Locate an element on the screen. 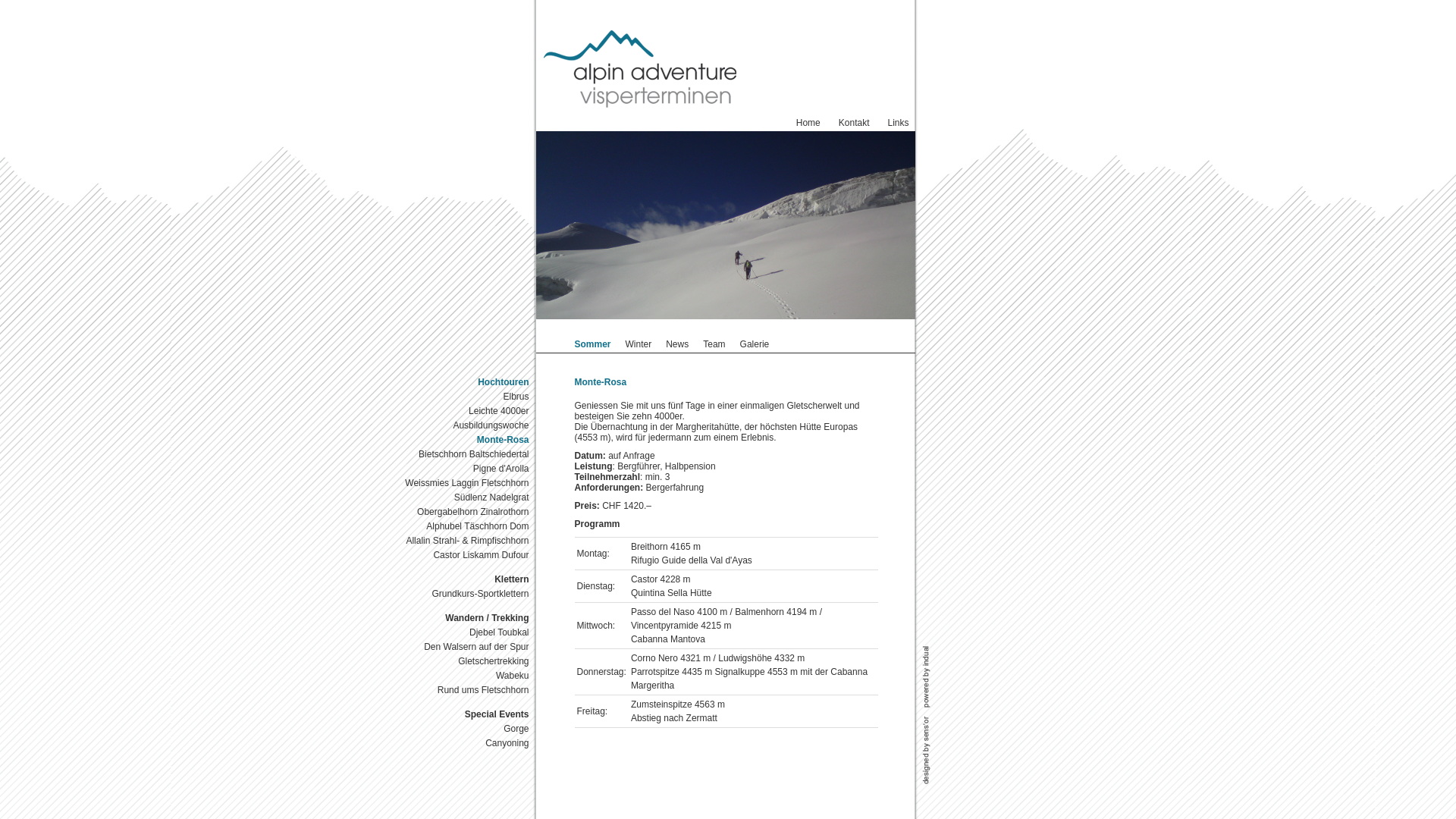  'Obergabelhorn Zinalrothorn' is located at coordinates (462, 512).